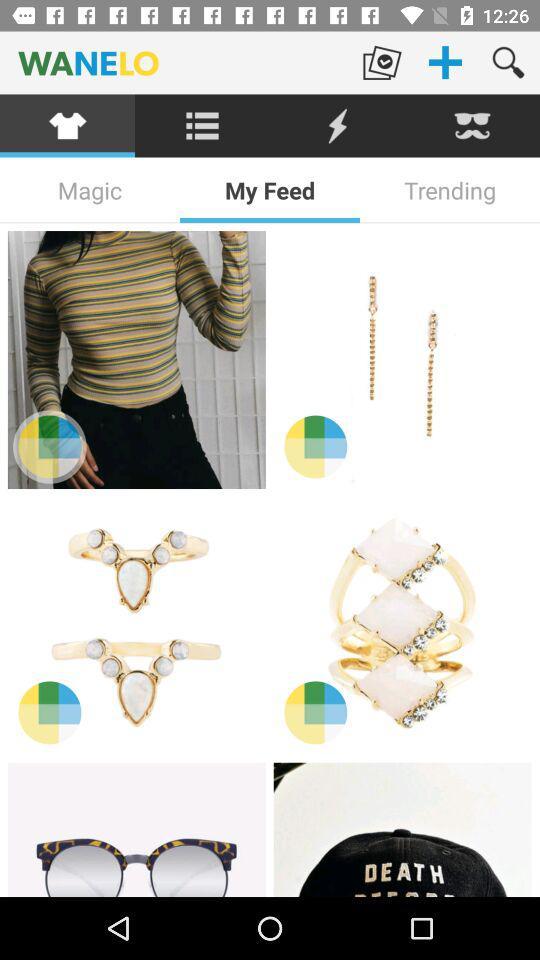 The height and width of the screenshot is (960, 540). What do you see at coordinates (89, 190) in the screenshot?
I see `the item next to the my feed item` at bounding box center [89, 190].